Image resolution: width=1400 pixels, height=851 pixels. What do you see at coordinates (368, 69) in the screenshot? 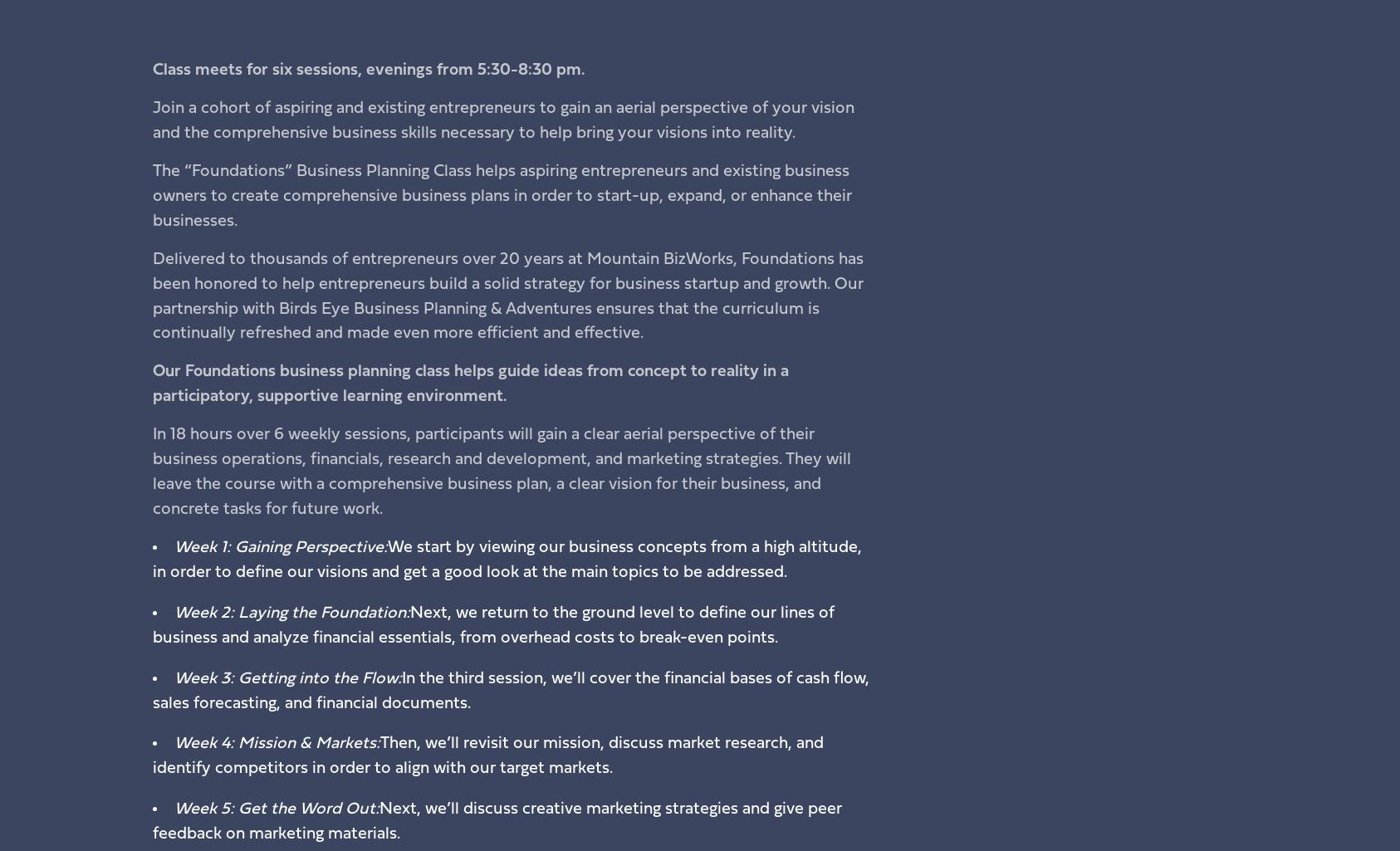
I see `'Class meets for six sessions, evenings from 5:30-8:30 pm.'` at bounding box center [368, 69].